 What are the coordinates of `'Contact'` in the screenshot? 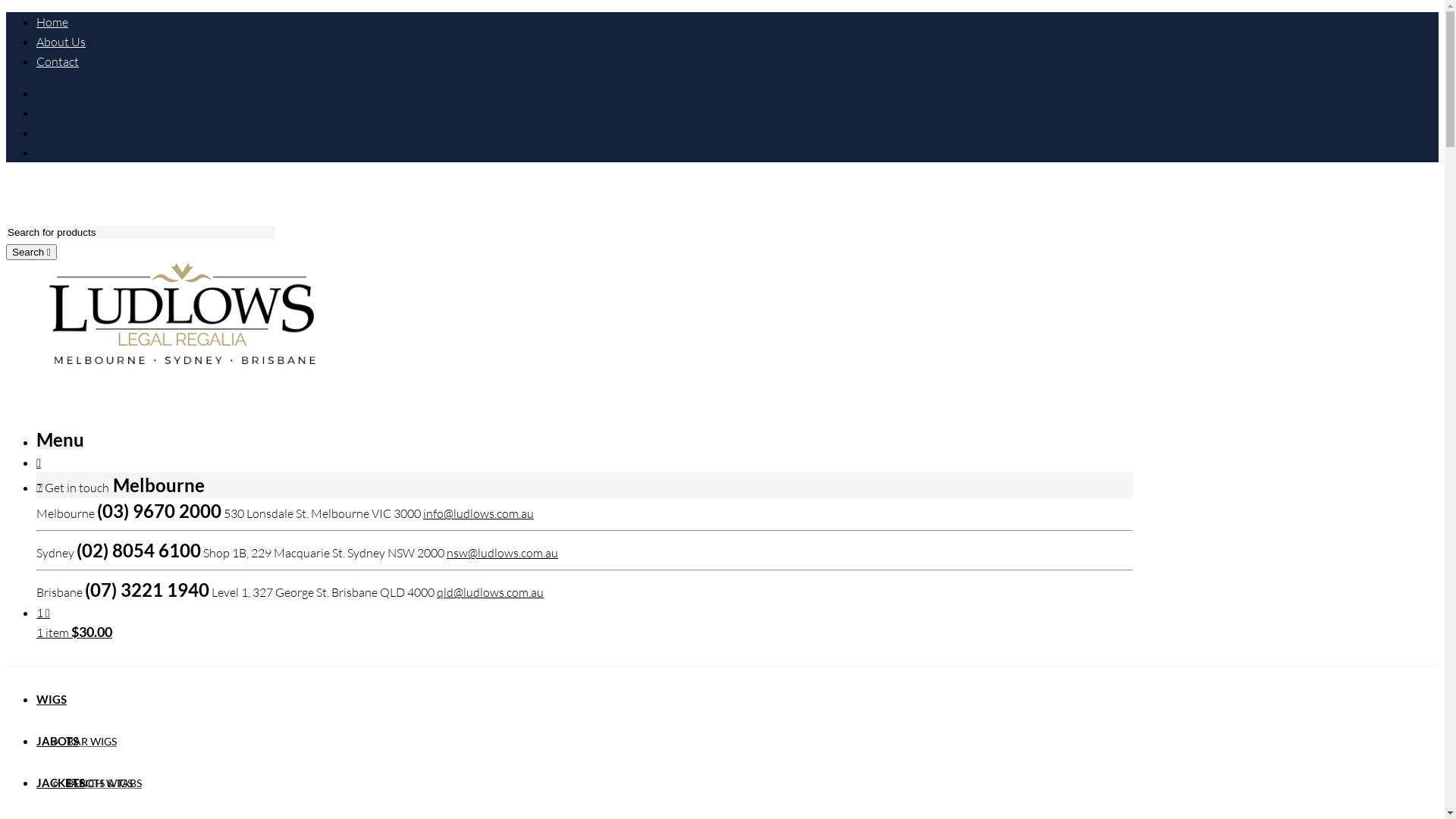 It's located at (58, 61).